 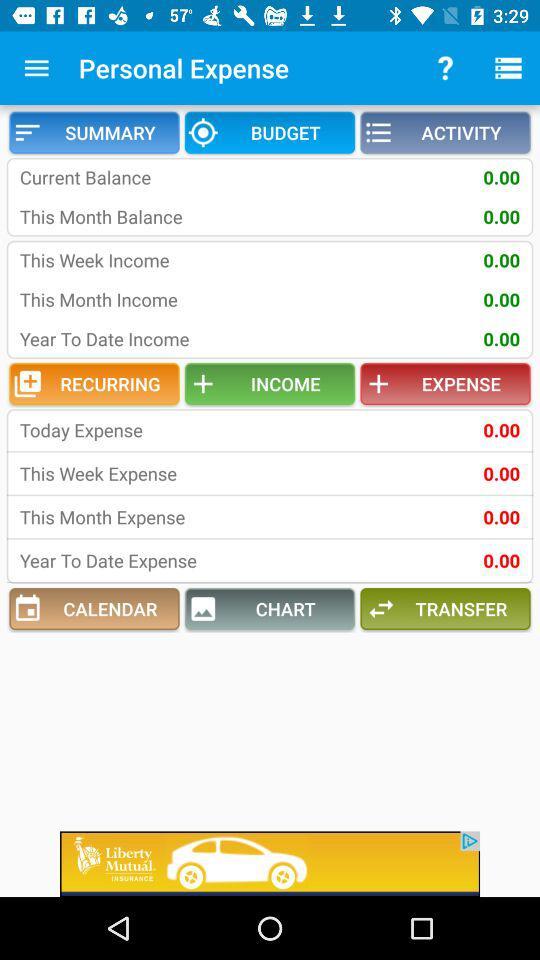 What do you see at coordinates (93, 383) in the screenshot?
I see `icon above today expense item` at bounding box center [93, 383].